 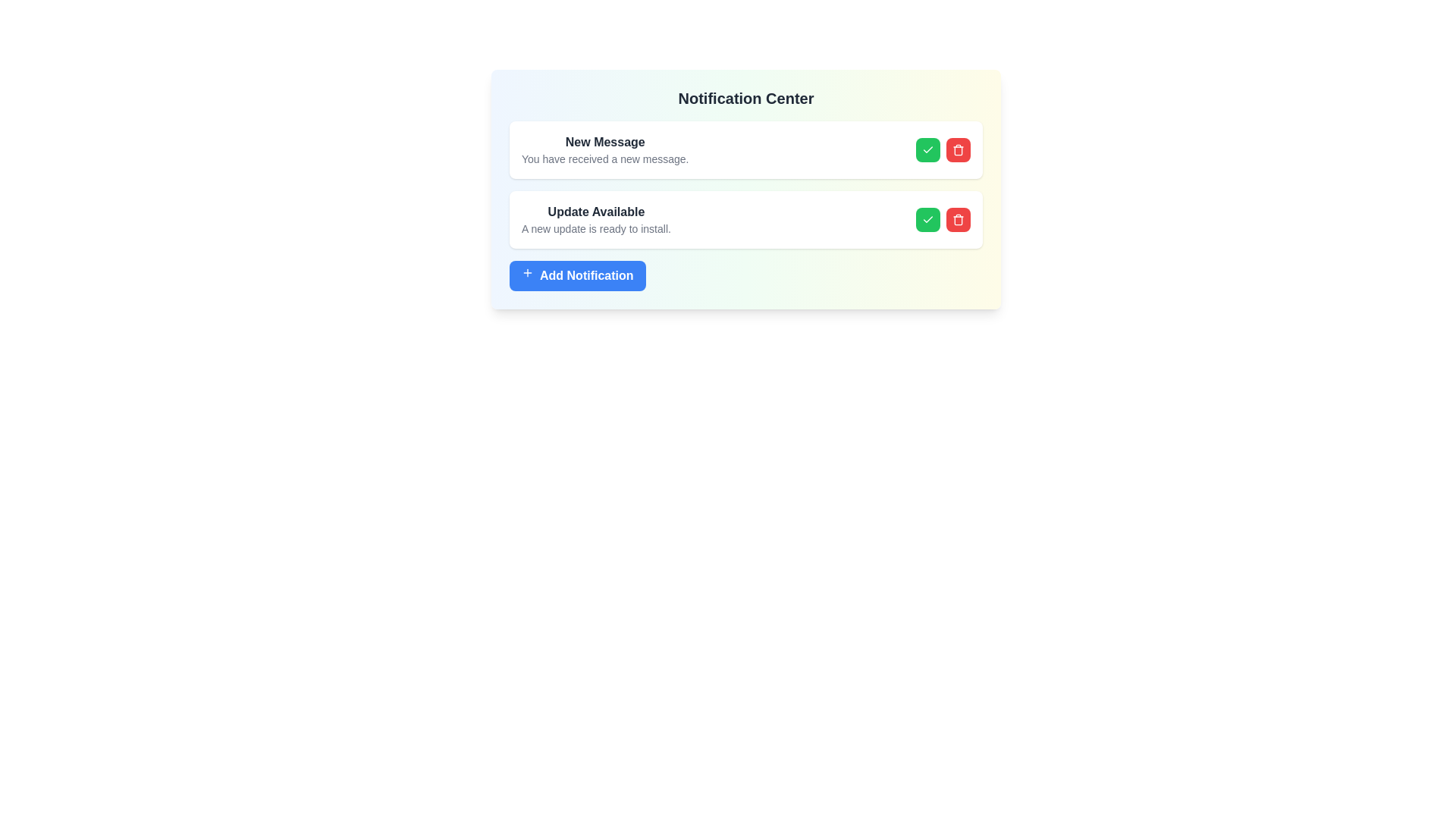 I want to click on the delete button located in the upper-right corner of the notification card, so click(x=957, y=149).